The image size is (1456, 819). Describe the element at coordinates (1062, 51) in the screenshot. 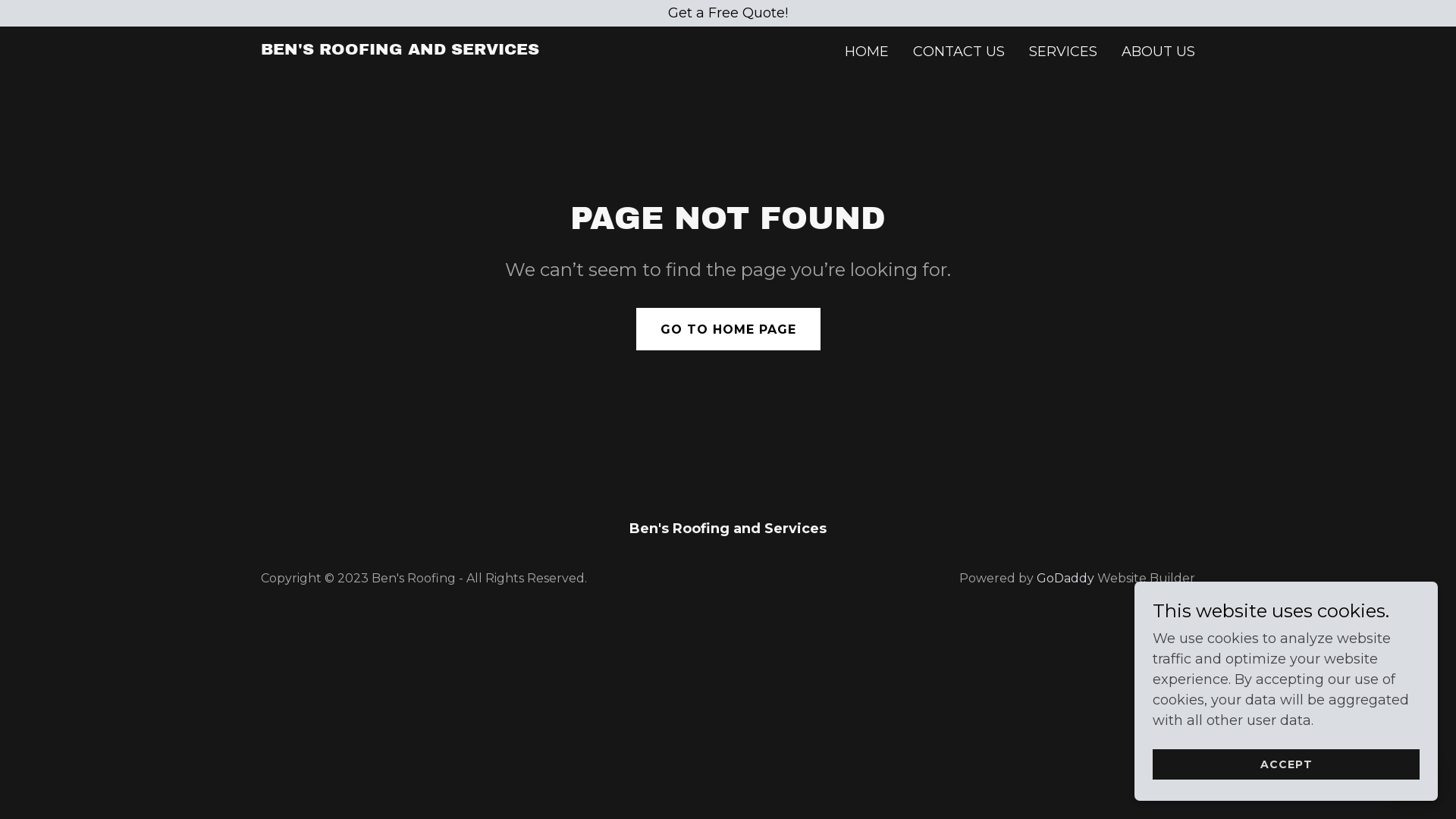

I see `'SERVICES'` at that location.